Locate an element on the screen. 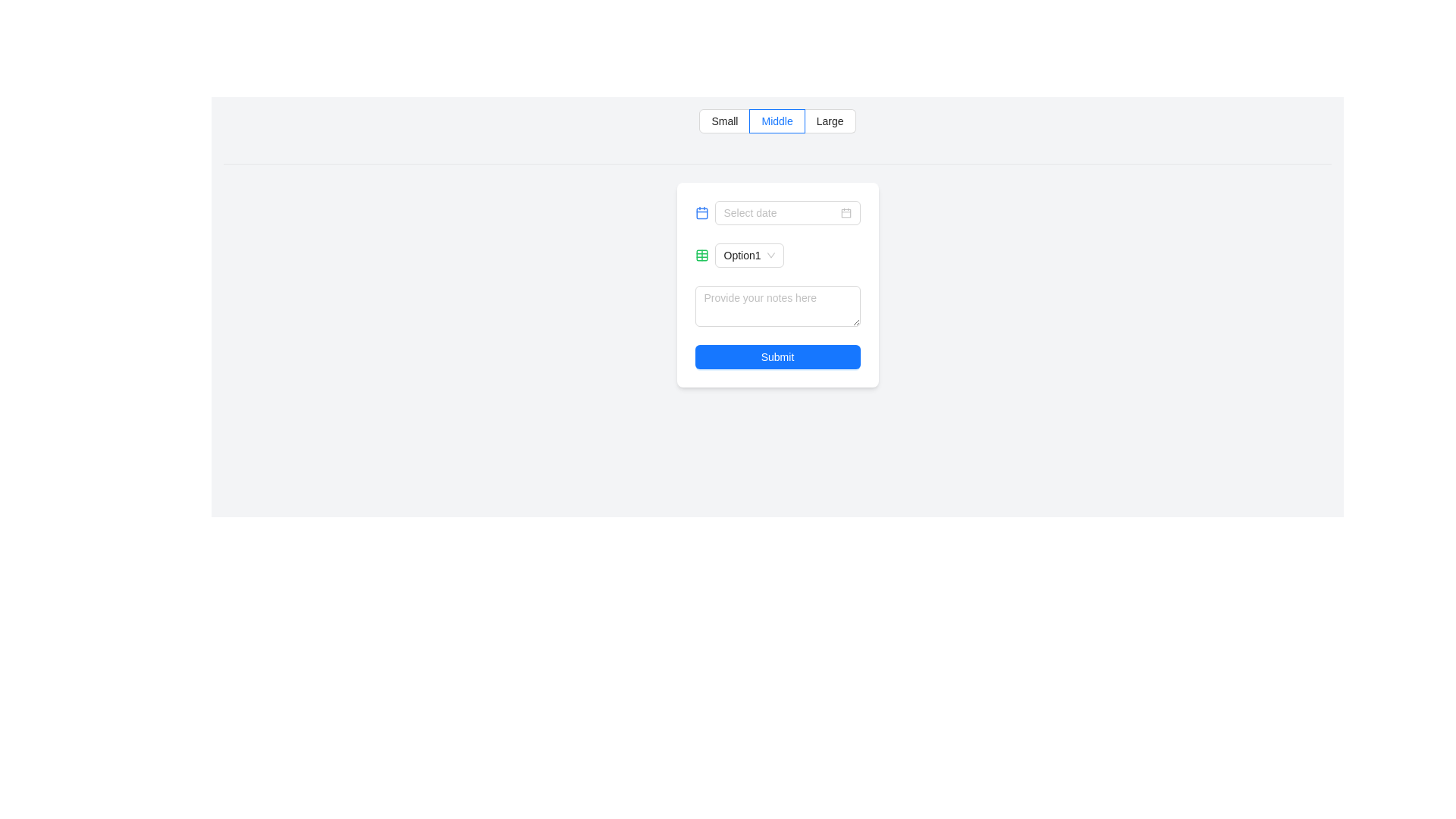 This screenshot has height=819, width=1456. the downward-facing arrow of the dropdown menu labeled 'Option1' is located at coordinates (749, 254).